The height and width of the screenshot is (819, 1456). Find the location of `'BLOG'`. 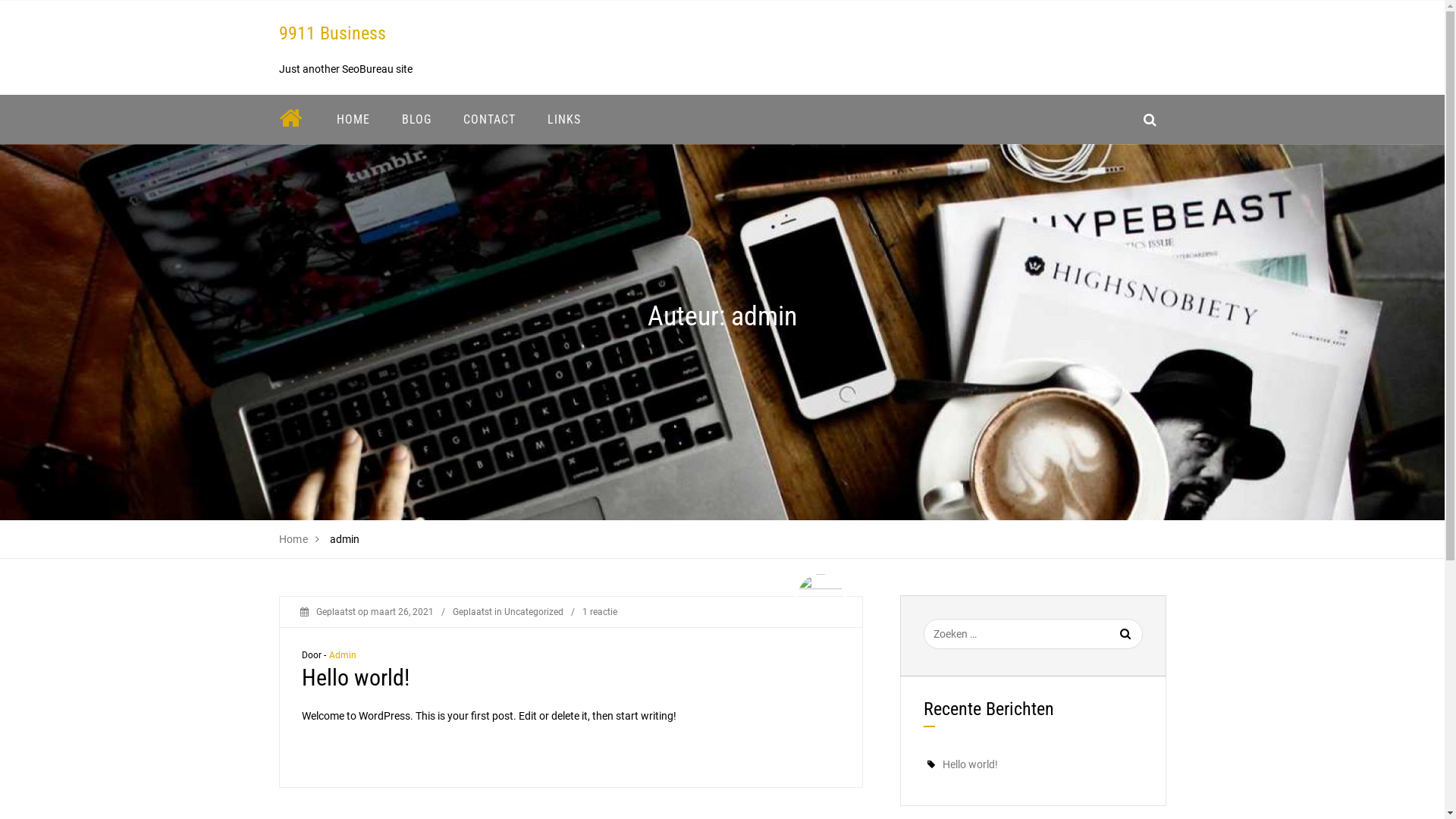

'BLOG' is located at coordinates (416, 118).